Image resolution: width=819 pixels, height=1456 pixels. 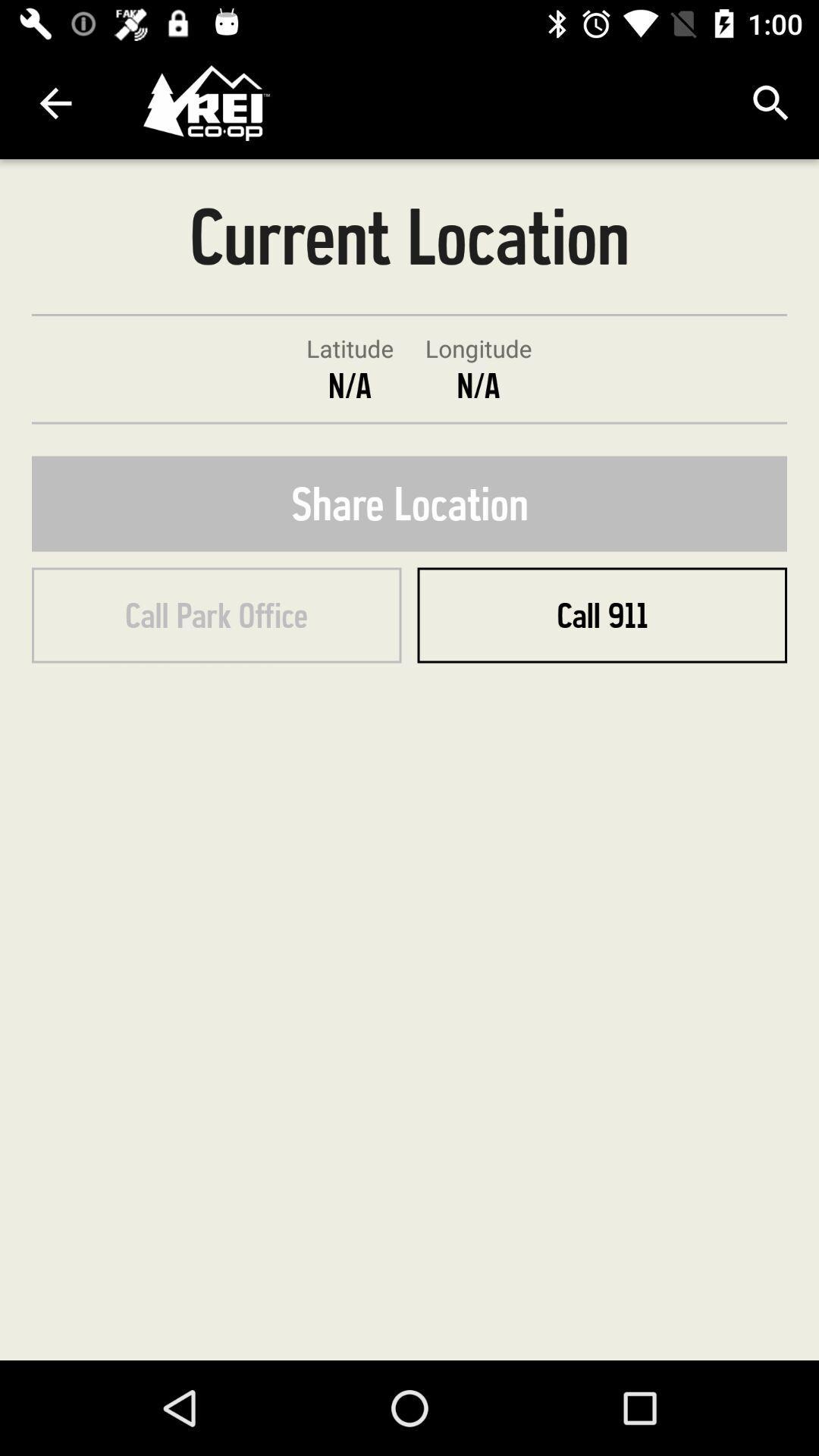 I want to click on the item above the current location item, so click(x=771, y=102).